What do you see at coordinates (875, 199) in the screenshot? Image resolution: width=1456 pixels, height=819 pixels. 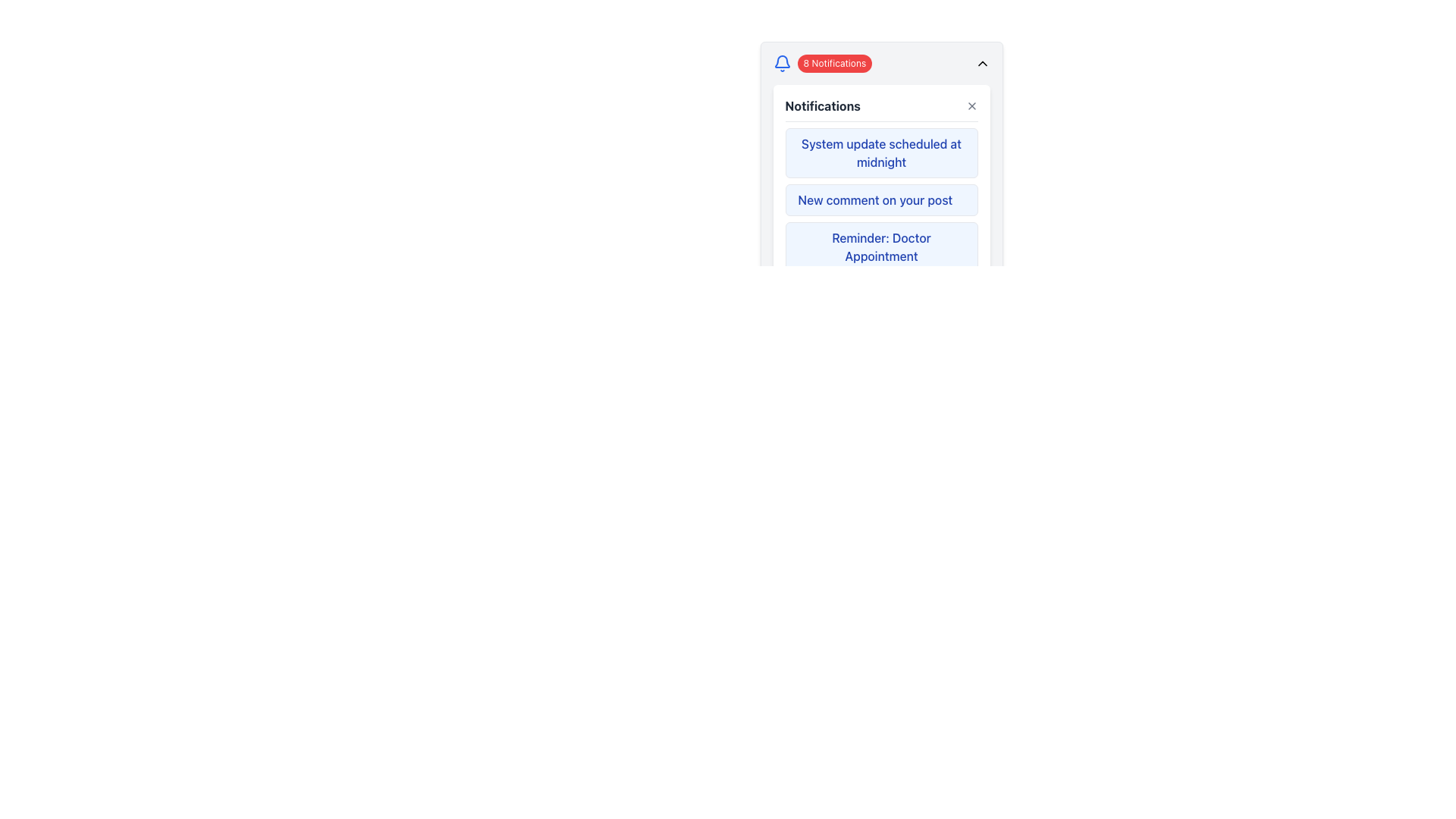 I see `the text segment displaying 'New comment on your post', which is styled in blue and bold within a light blue notification panel` at bounding box center [875, 199].